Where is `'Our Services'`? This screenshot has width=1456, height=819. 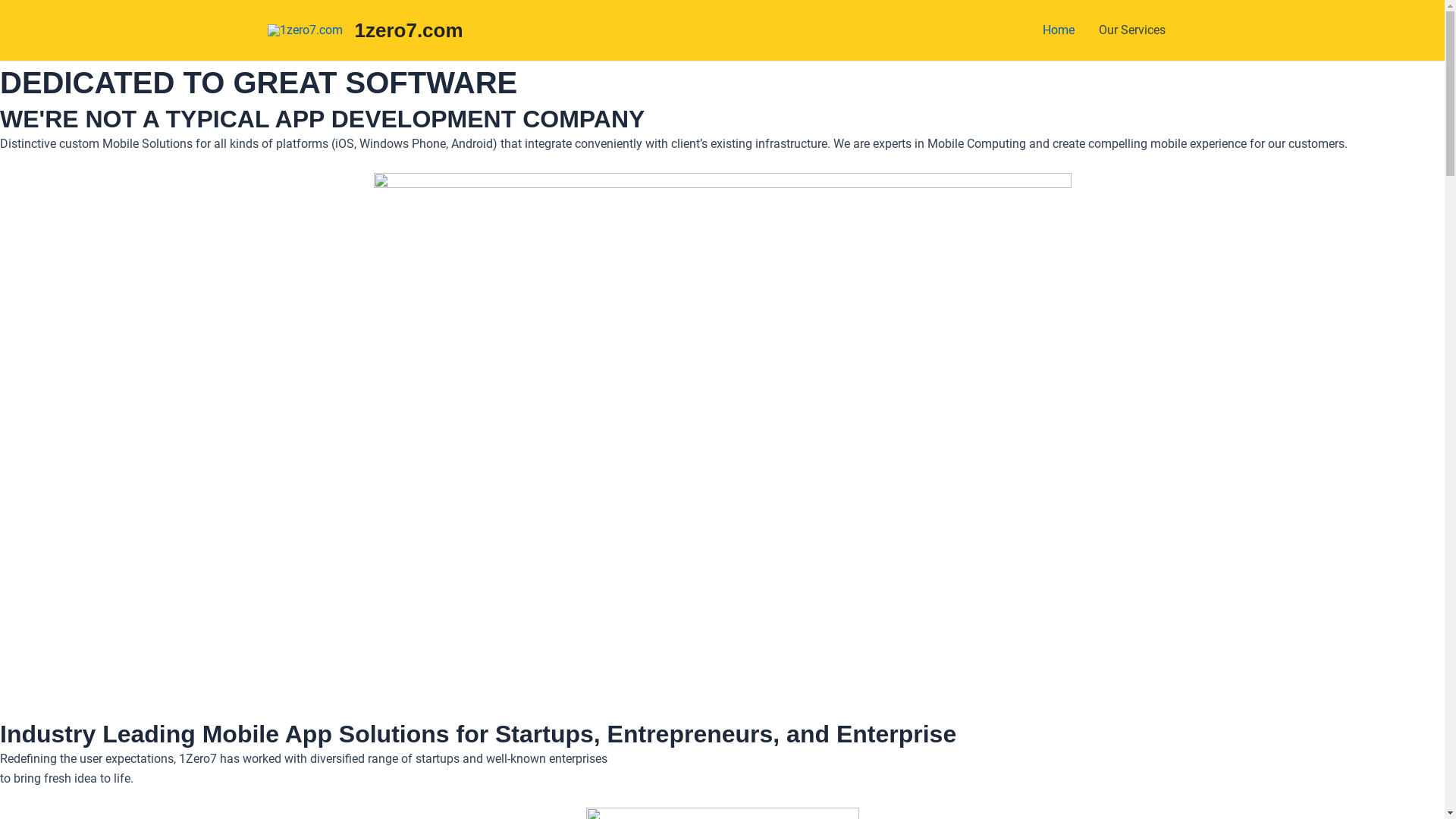
'Our Services' is located at coordinates (1131, 30).